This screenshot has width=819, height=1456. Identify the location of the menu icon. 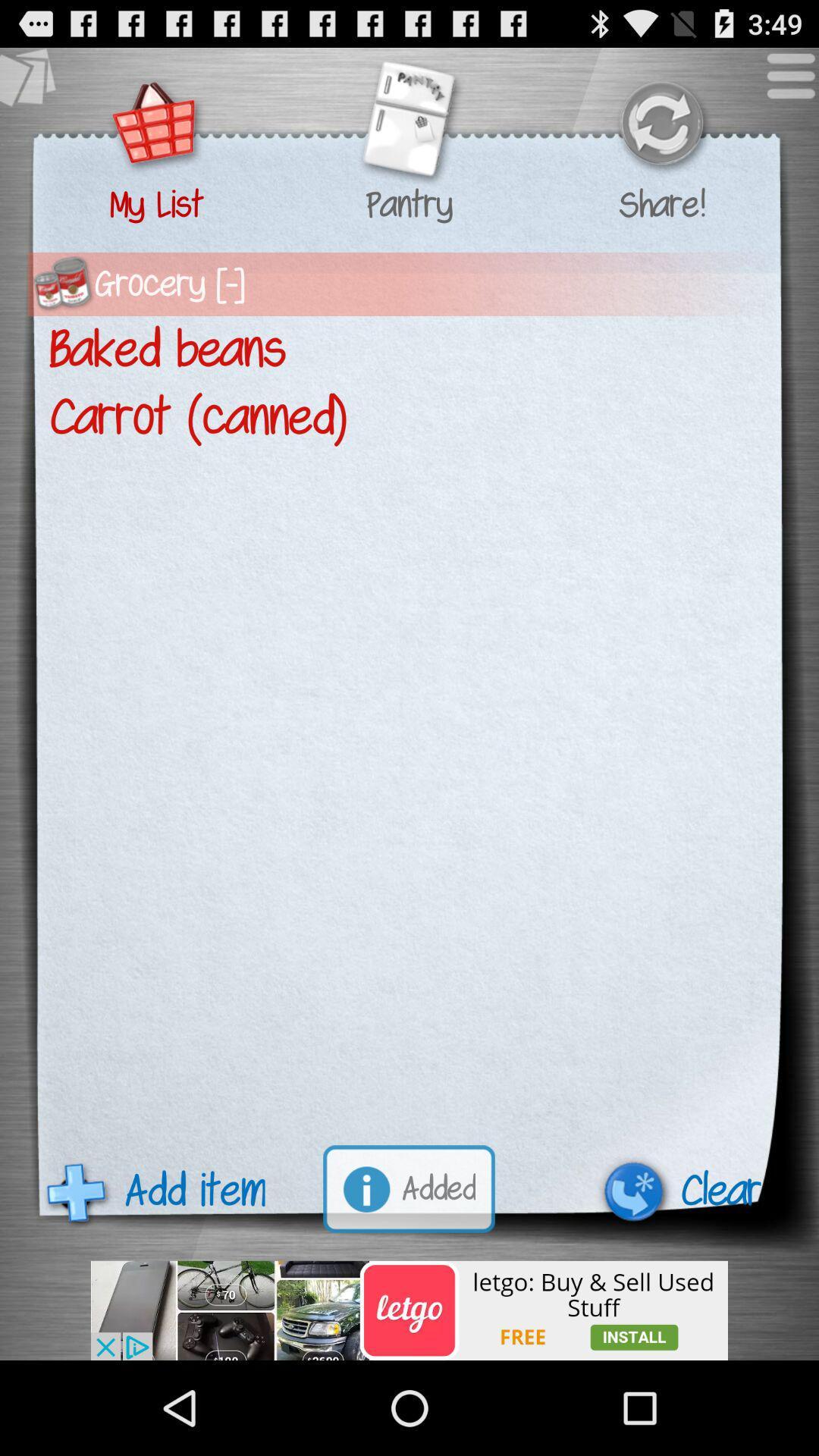
(783, 89).